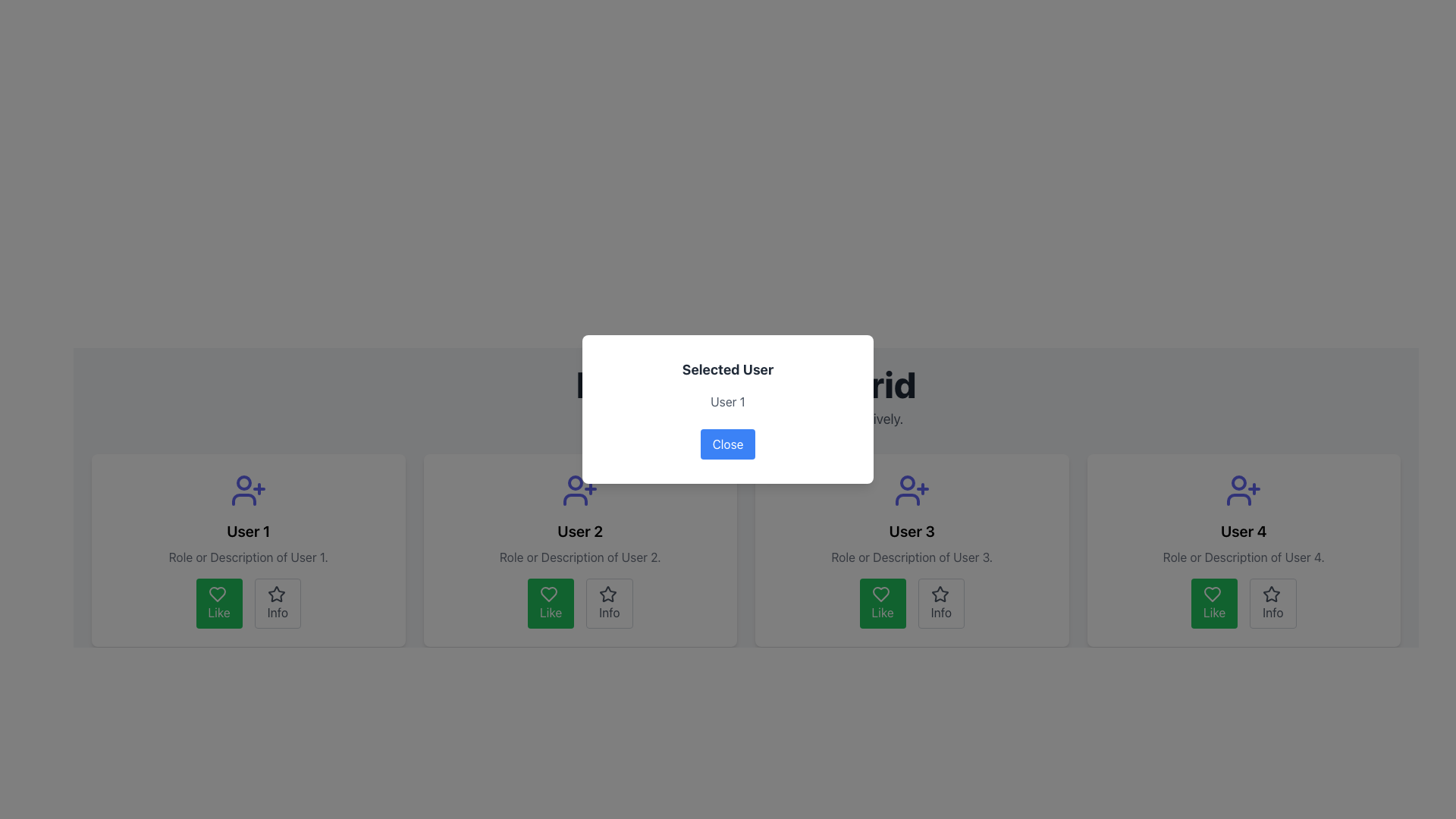 This screenshot has height=819, width=1456. Describe the element at coordinates (1211, 593) in the screenshot. I see `the 'Like' icon for 'User 4', which is centrally located within a green button labeled 'Like' at the bottom-left of the card` at that location.